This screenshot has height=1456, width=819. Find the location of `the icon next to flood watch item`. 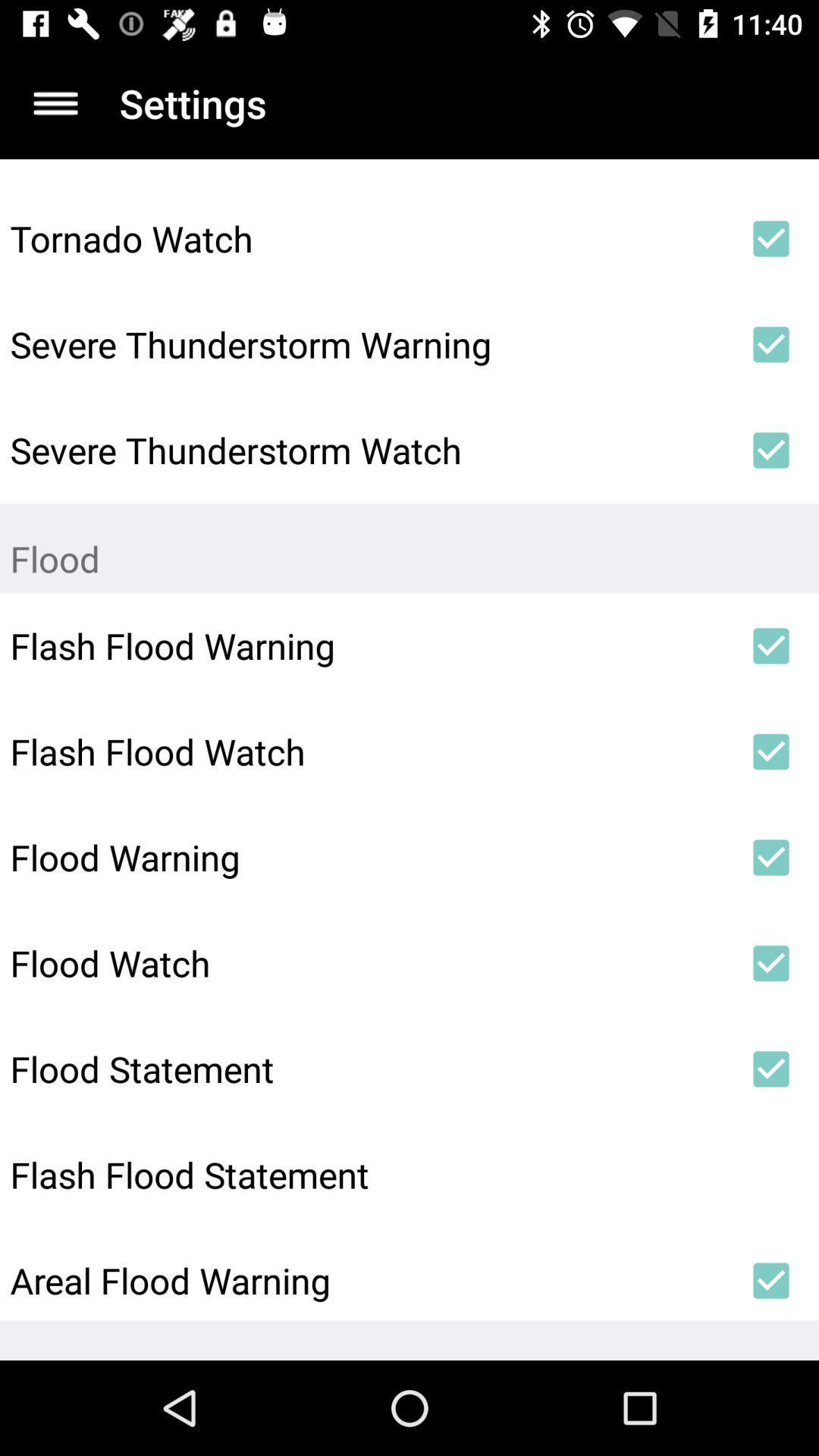

the icon next to flood watch item is located at coordinates (771, 962).